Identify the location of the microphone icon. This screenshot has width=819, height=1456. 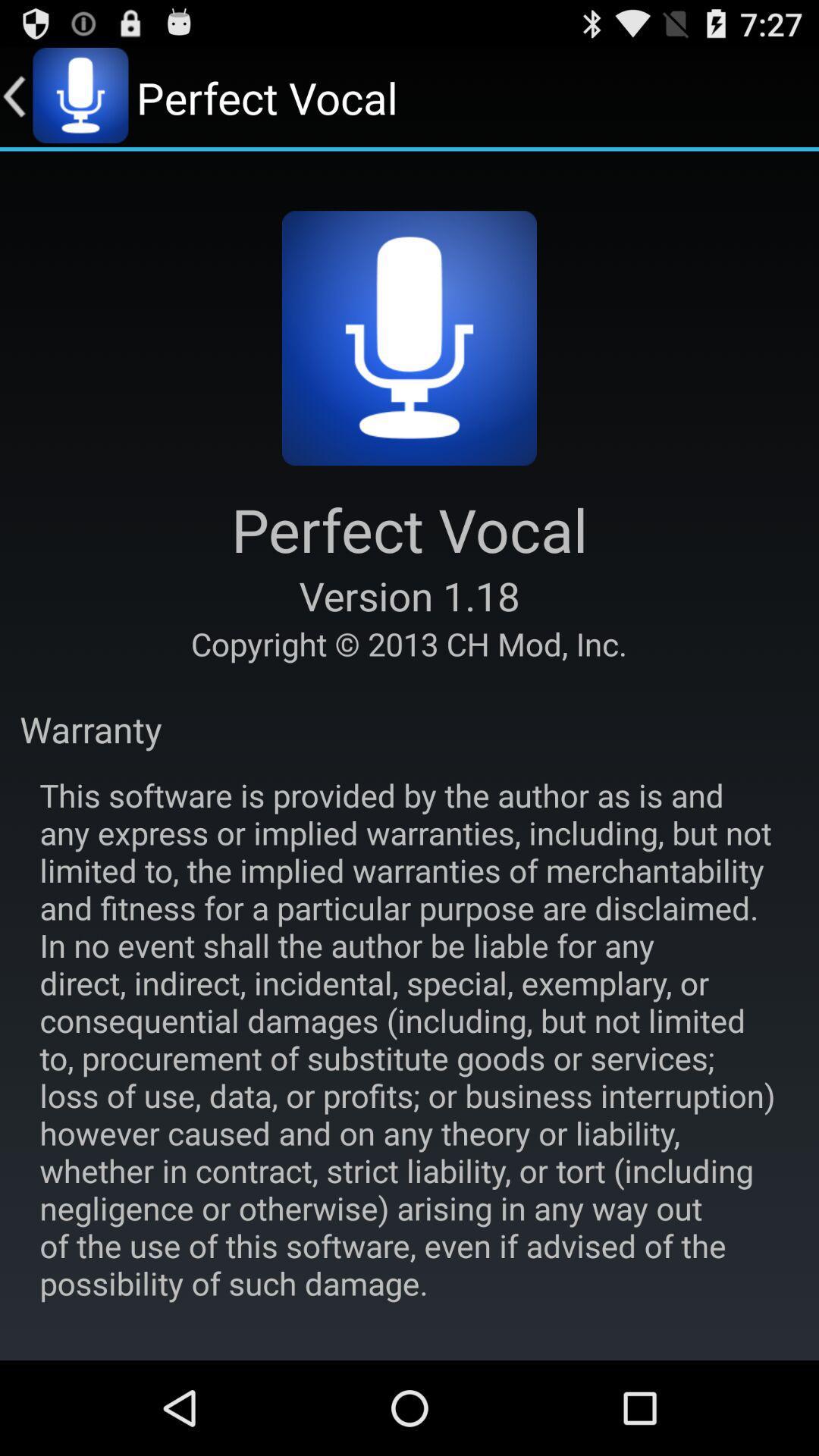
(63, 101).